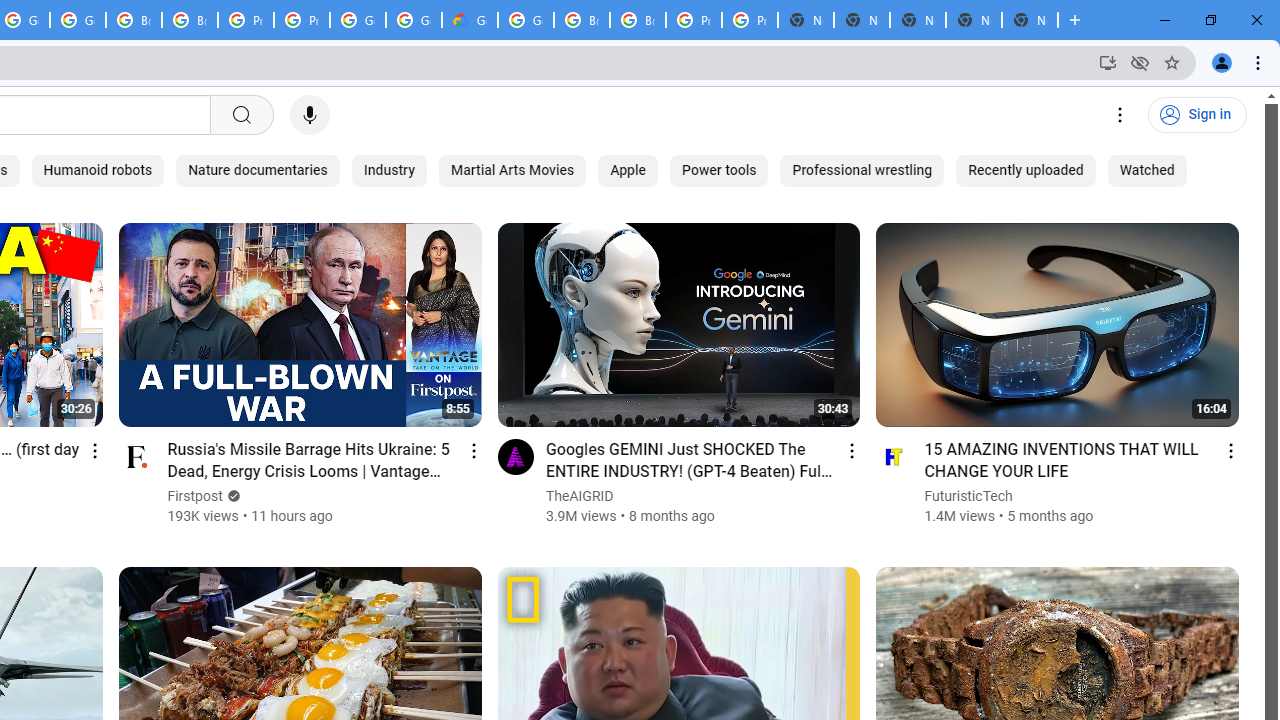 The width and height of the screenshot is (1280, 720). What do you see at coordinates (969, 495) in the screenshot?
I see `'FuturisticTech'` at bounding box center [969, 495].